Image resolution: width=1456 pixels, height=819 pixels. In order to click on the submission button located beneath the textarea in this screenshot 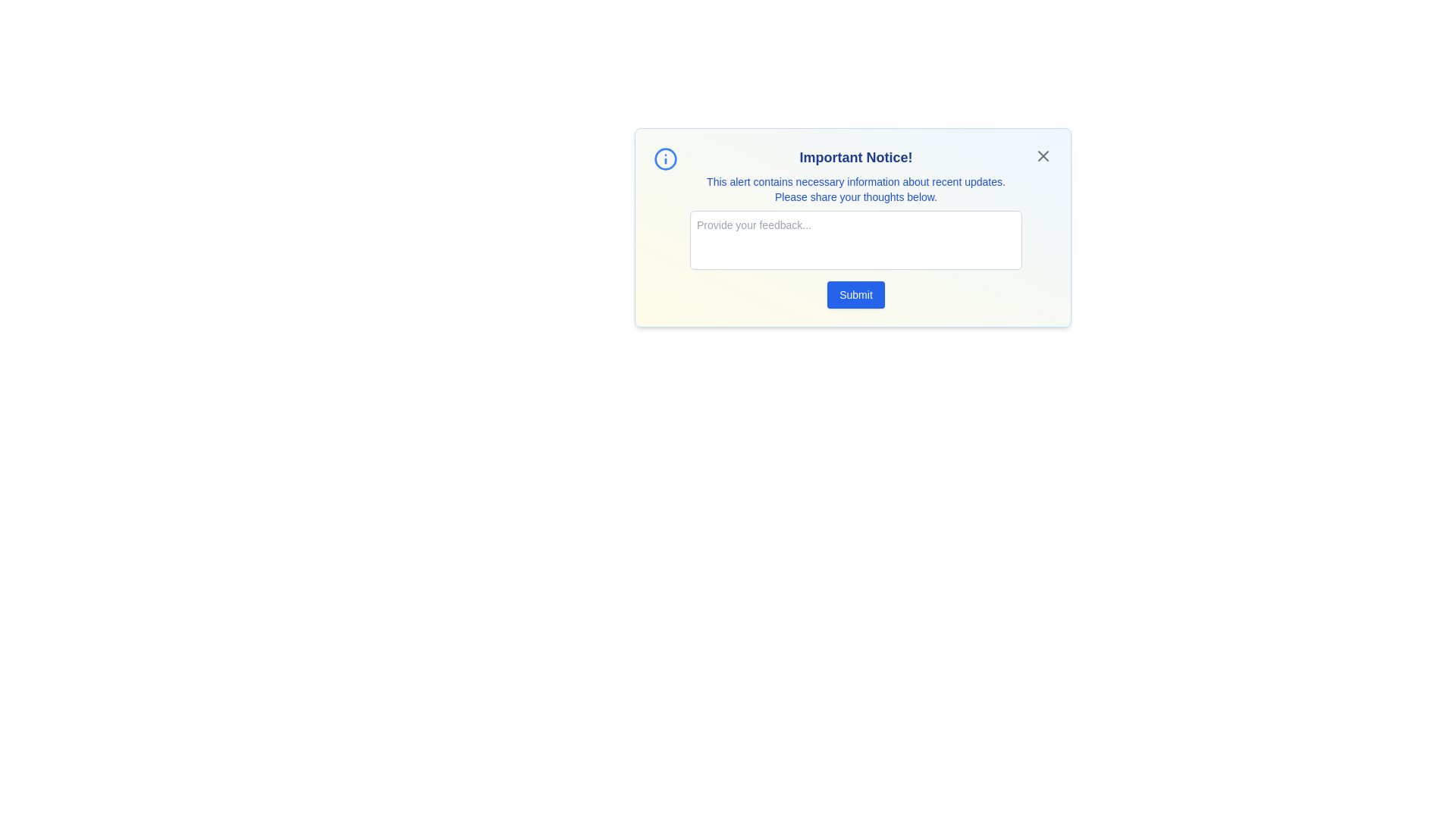, I will do `click(855, 295)`.